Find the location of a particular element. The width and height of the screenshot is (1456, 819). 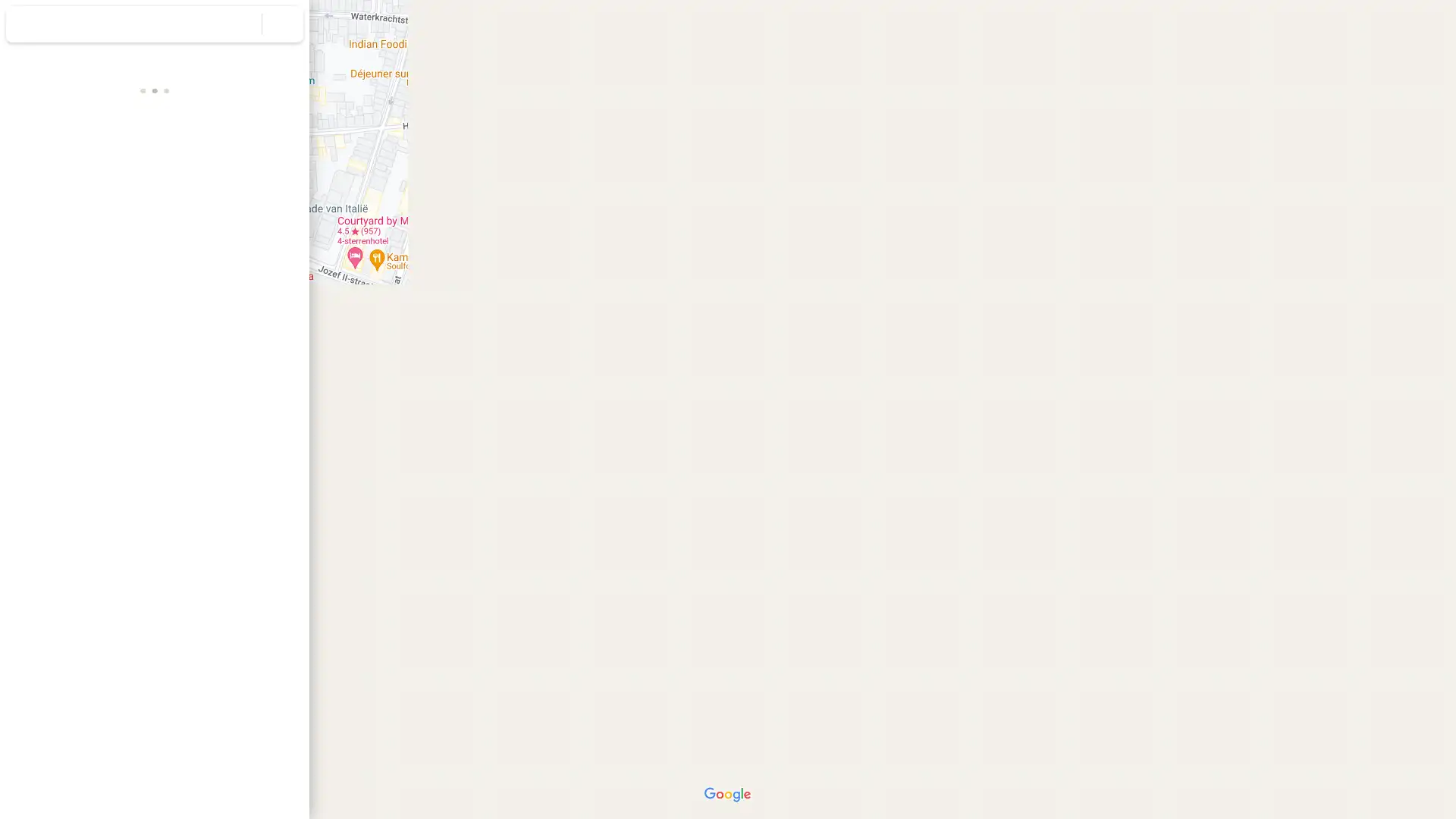

Meer informatie over Plus Codes is located at coordinates (290, 374).